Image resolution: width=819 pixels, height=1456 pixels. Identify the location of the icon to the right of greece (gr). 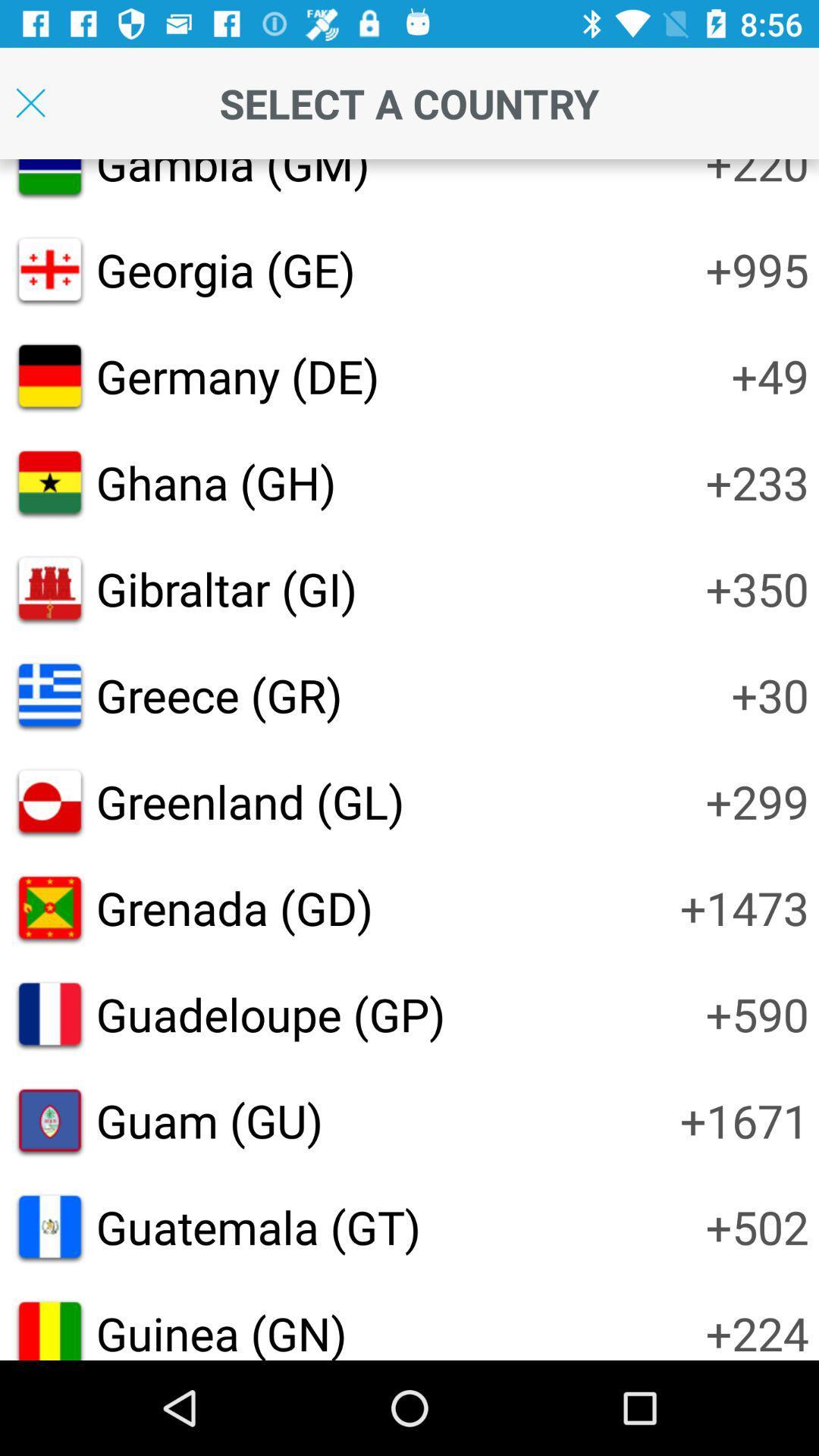
(770, 694).